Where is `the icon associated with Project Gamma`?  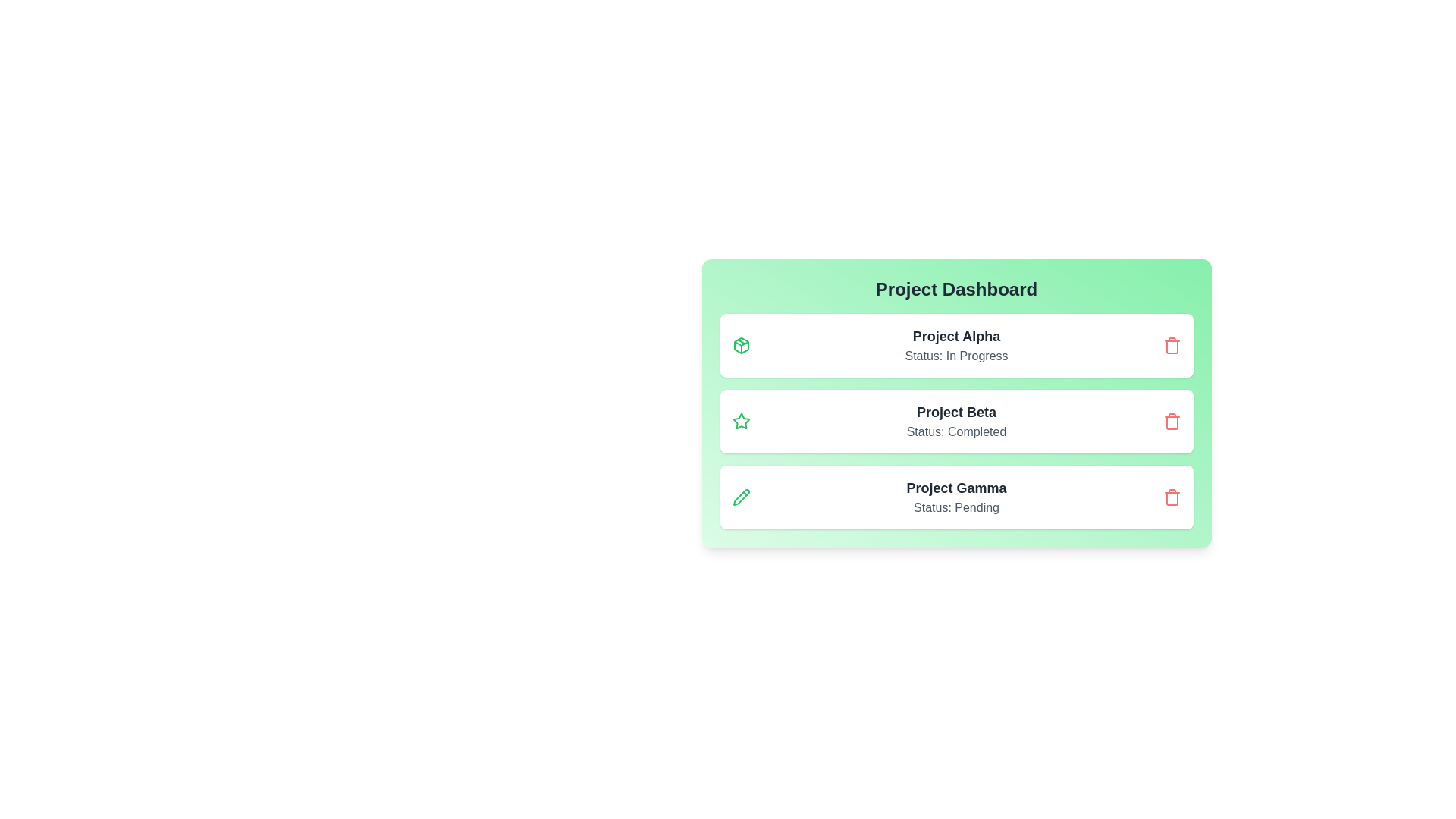
the icon associated with Project Gamma is located at coordinates (741, 497).